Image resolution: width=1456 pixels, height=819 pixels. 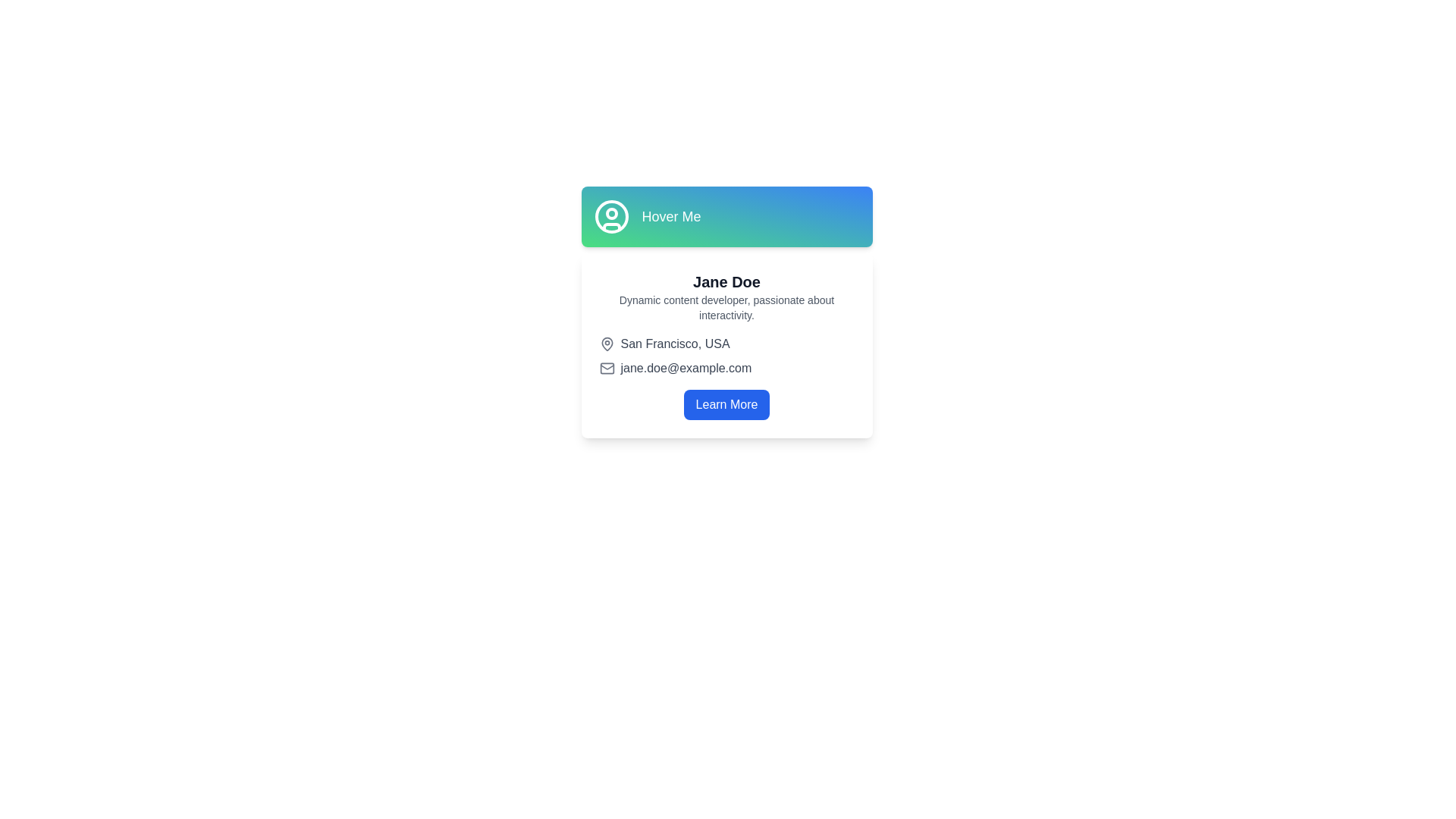 What do you see at coordinates (685, 369) in the screenshot?
I see `the static text display showing the email address 'jane.doe@example.com', styled in gray, located next to the email icon within a card layout` at bounding box center [685, 369].